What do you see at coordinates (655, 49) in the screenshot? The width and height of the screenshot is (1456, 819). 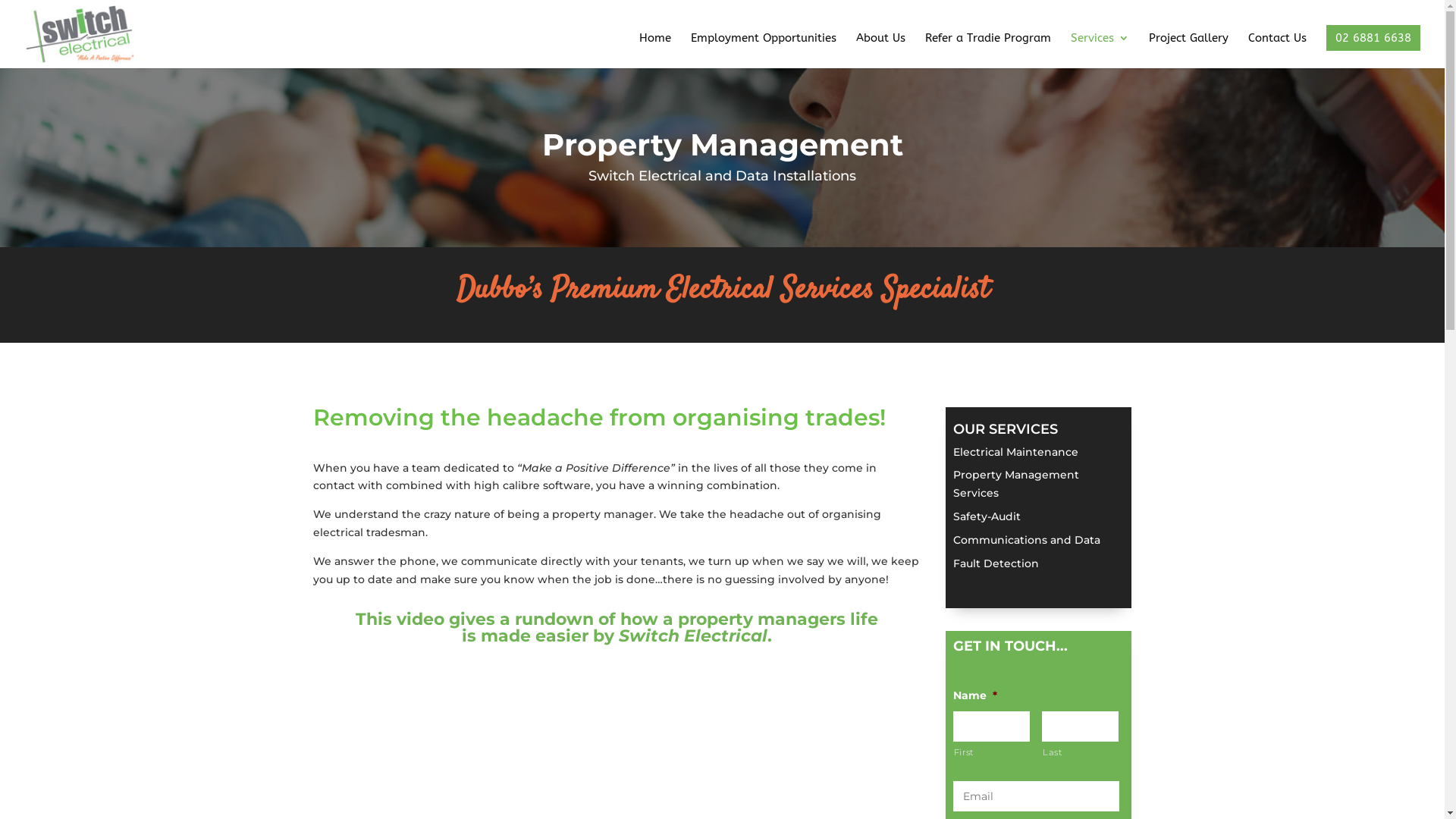 I see `'Home'` at bounding box center [655, 49].